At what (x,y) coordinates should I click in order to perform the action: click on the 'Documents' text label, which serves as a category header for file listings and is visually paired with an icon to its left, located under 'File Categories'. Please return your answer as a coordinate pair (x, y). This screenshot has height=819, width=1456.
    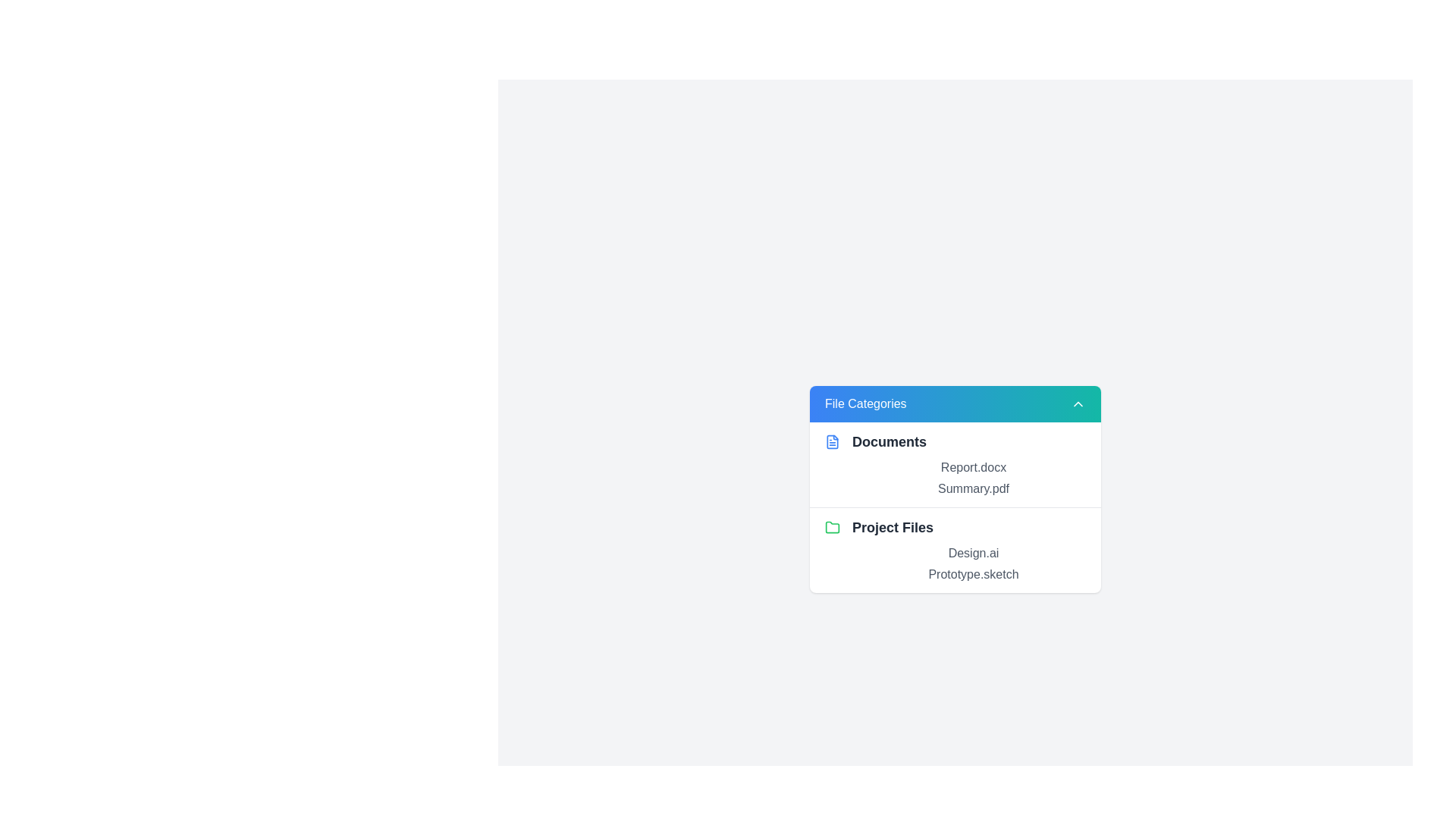
    Looking at the image, I should click on (889, 441).